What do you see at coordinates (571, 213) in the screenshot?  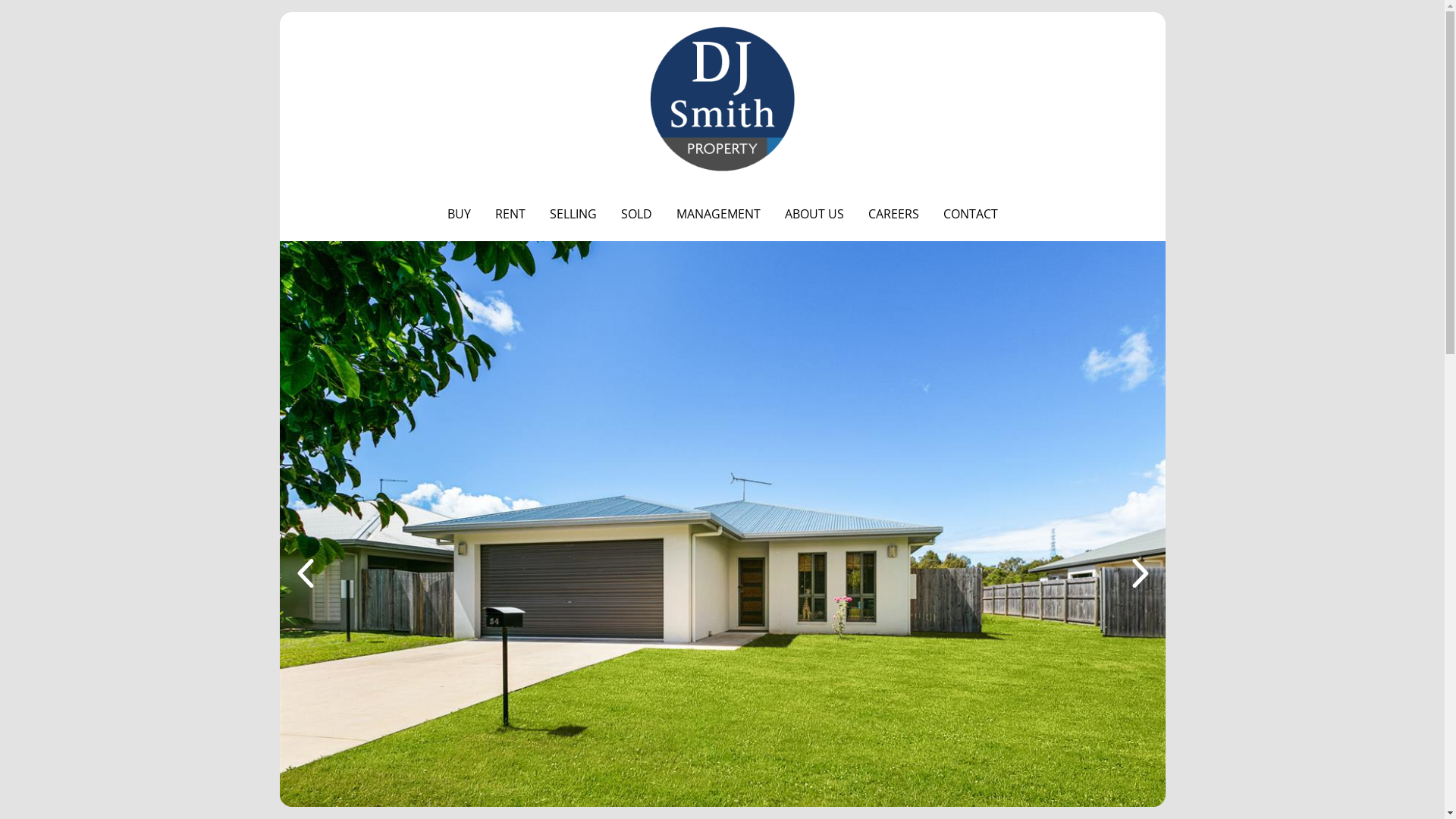 I see `'SELLING'` at bounding box center [571, 213].